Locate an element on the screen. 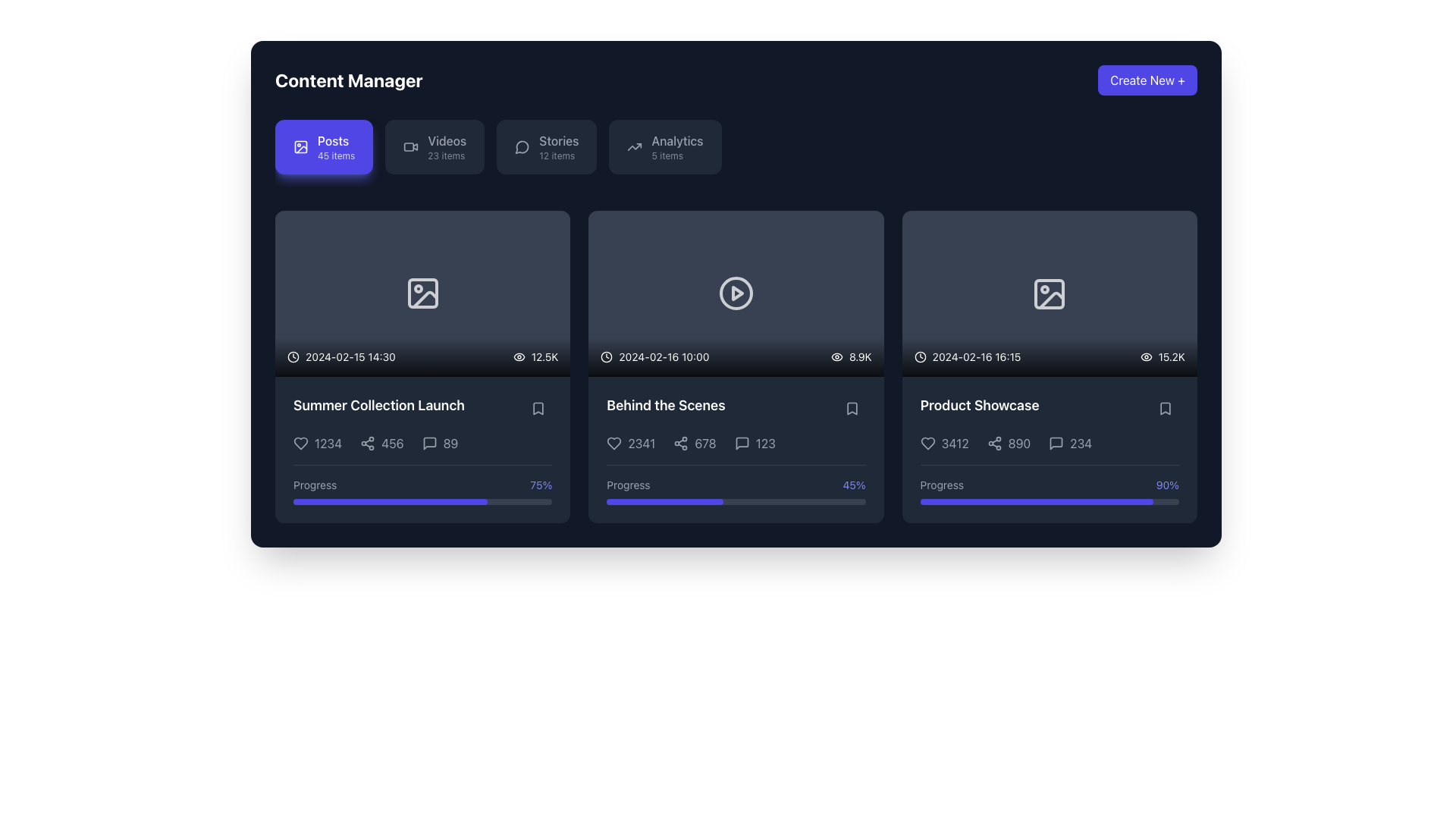  the progress bar indicating 75% completion located at the bottom section of the 'Summer Collection Launch' card is located at coordinates (422, 485).